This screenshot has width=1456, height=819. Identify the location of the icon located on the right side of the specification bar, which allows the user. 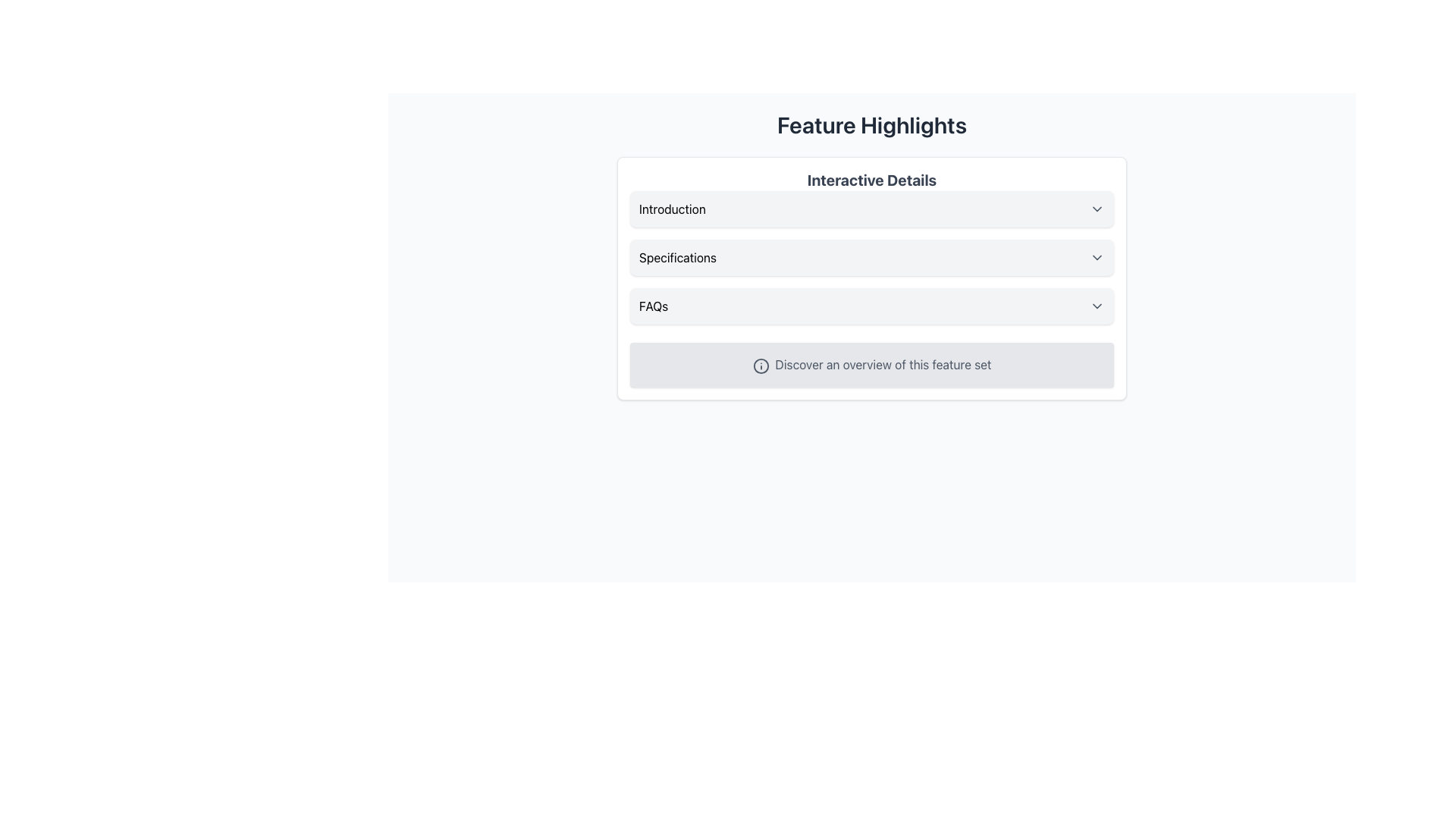
(1097, 256).